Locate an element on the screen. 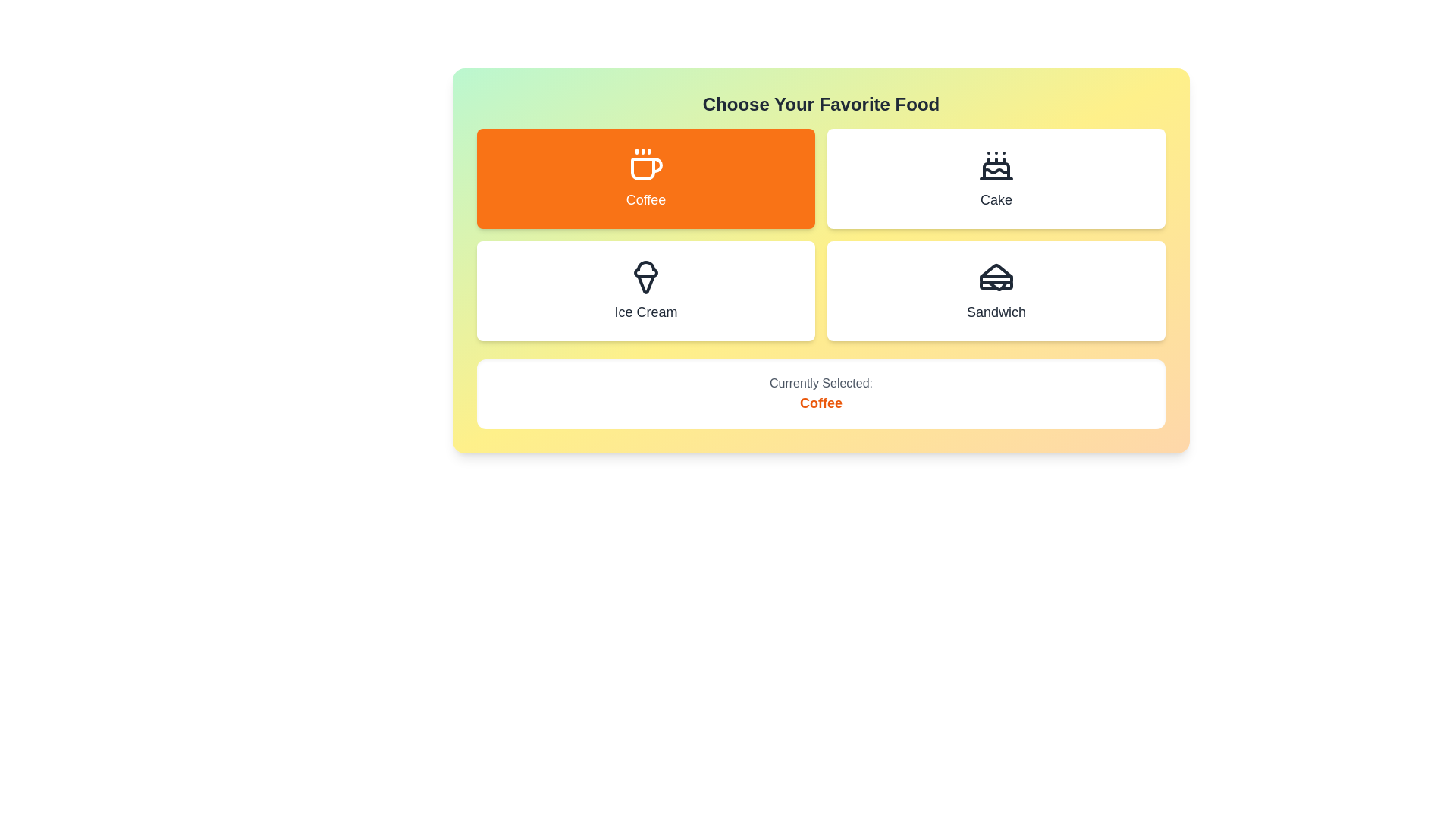 This screenshot has width=1456, height=819. the category button corresponding to Cake is located at coordinates (996, 177).